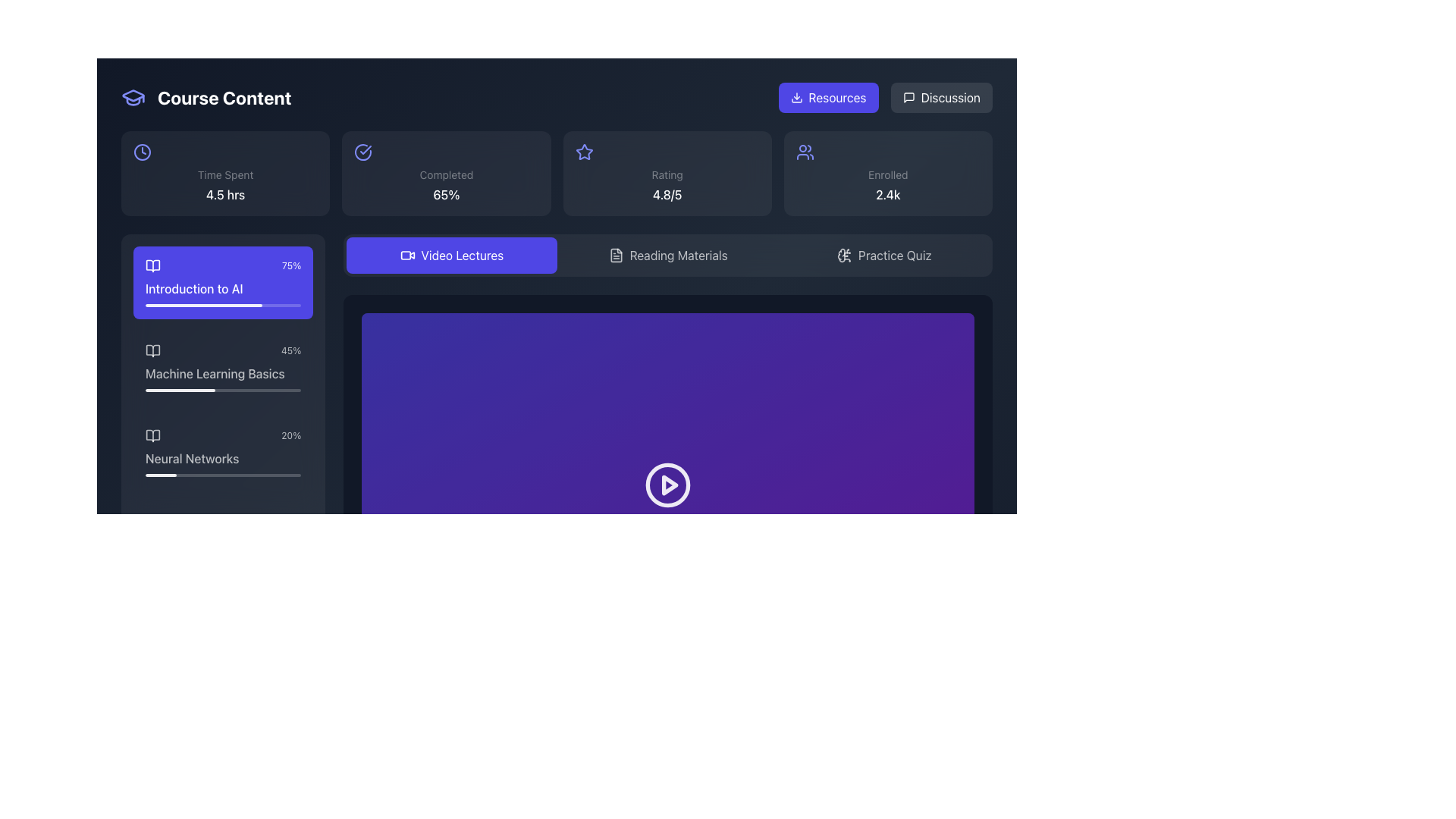 The height and width of the screenshot is (819, 1456). Describe the element at coordinates (450, 254) in the screenshot. I see `the 'Video Lectures' button, which is a rectangular button with a vibrant purple background, rounded corners, and a white video camera icon on the left` at that location.